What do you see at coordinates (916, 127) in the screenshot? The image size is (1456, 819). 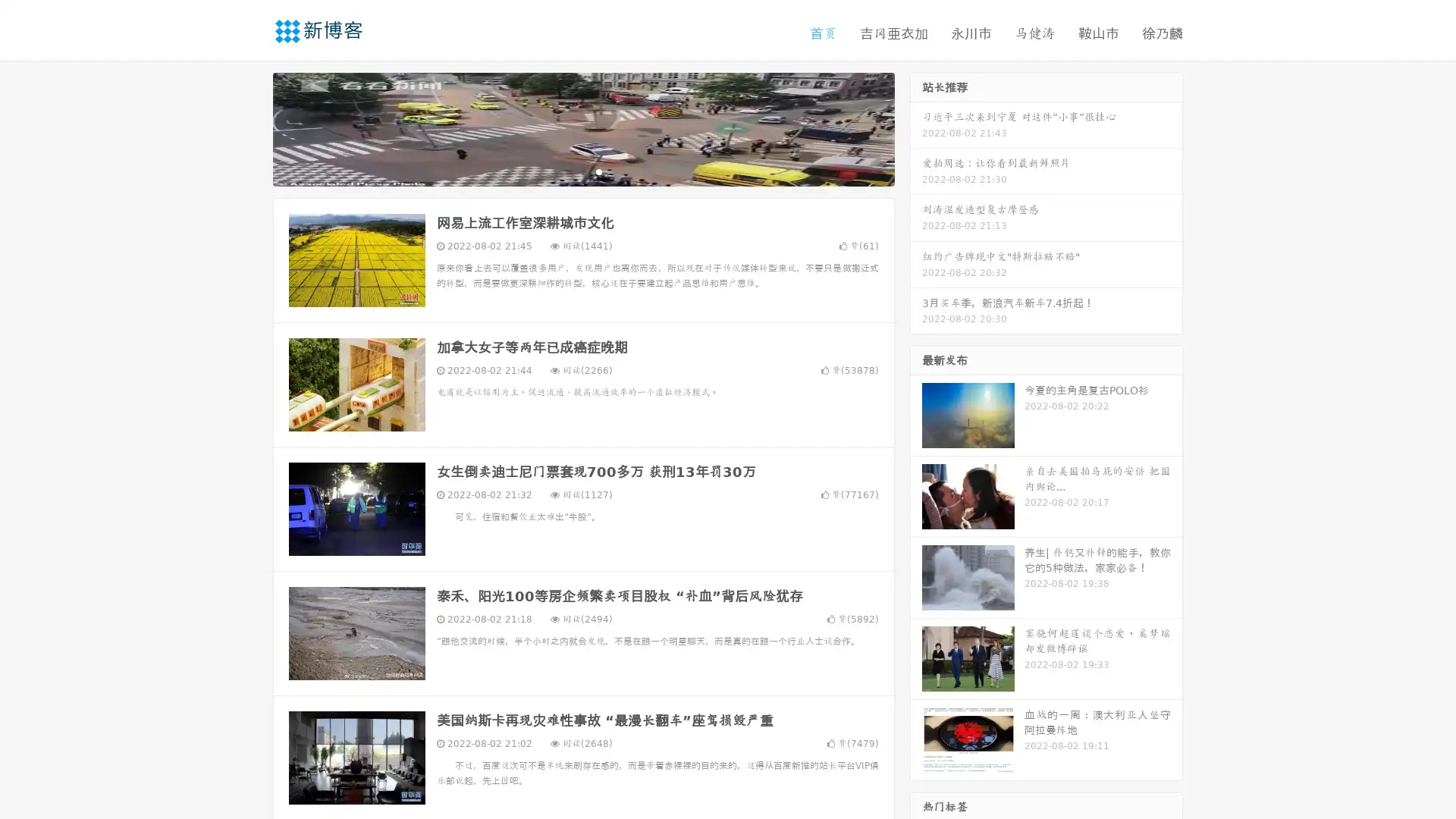 I see `Next slide` at bounding box center [916, 127].